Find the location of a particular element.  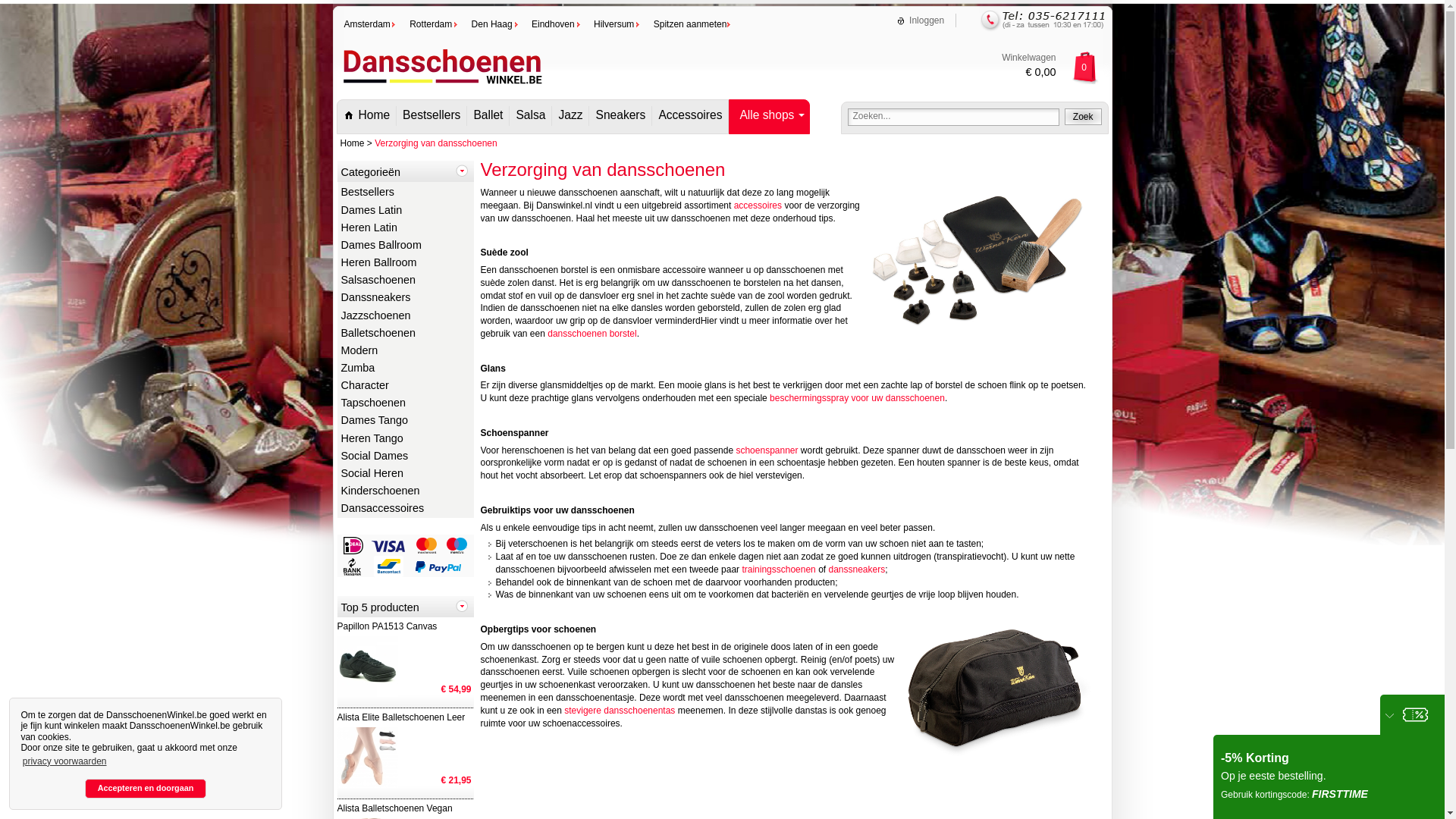

'Dames Tango' is located at coordinates (404, 421).